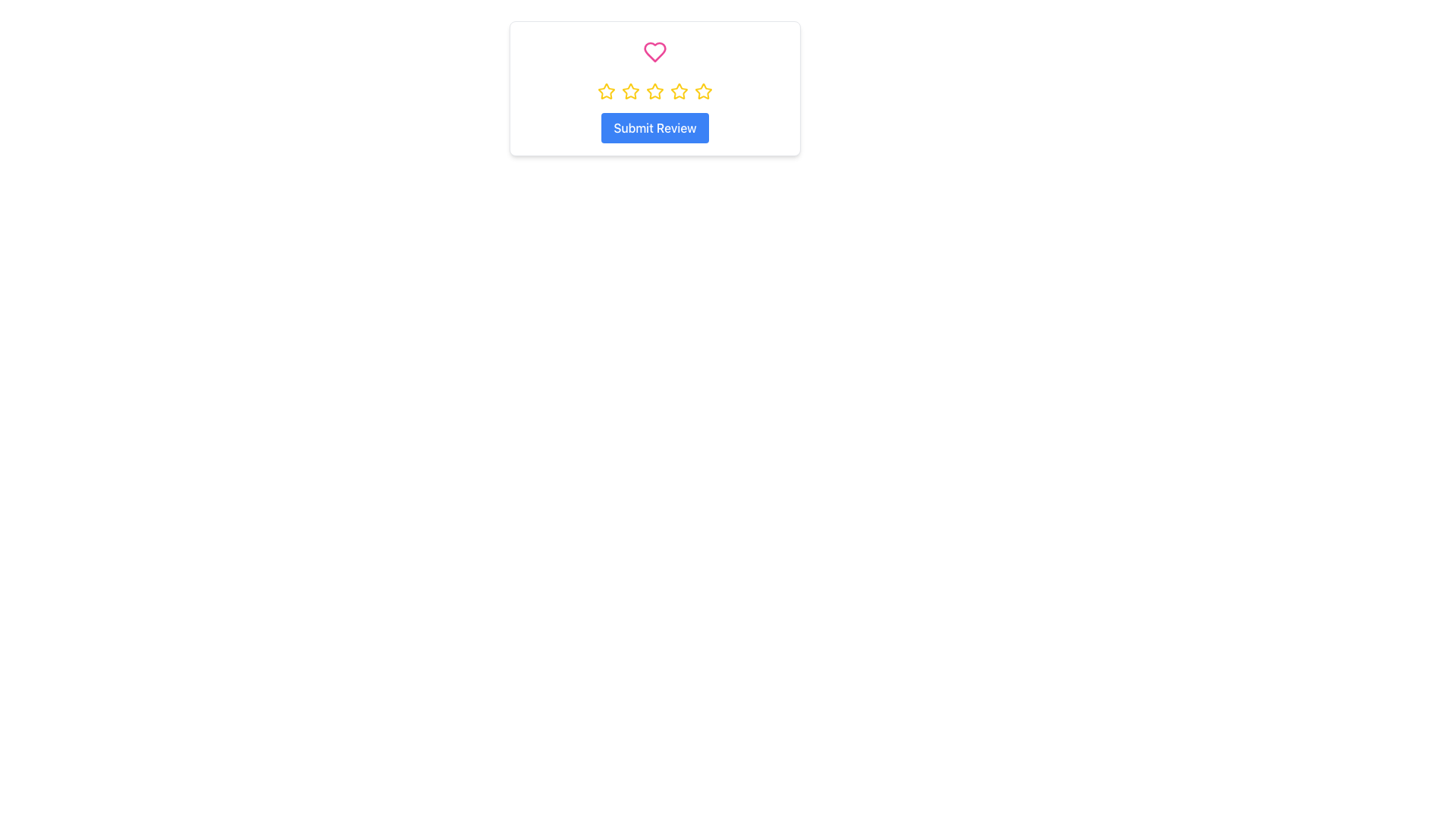  What do you see at coordinates (630, 91) in the screenshot?
I see `the third star icon in the rating system` at bounding box center [630, 91].